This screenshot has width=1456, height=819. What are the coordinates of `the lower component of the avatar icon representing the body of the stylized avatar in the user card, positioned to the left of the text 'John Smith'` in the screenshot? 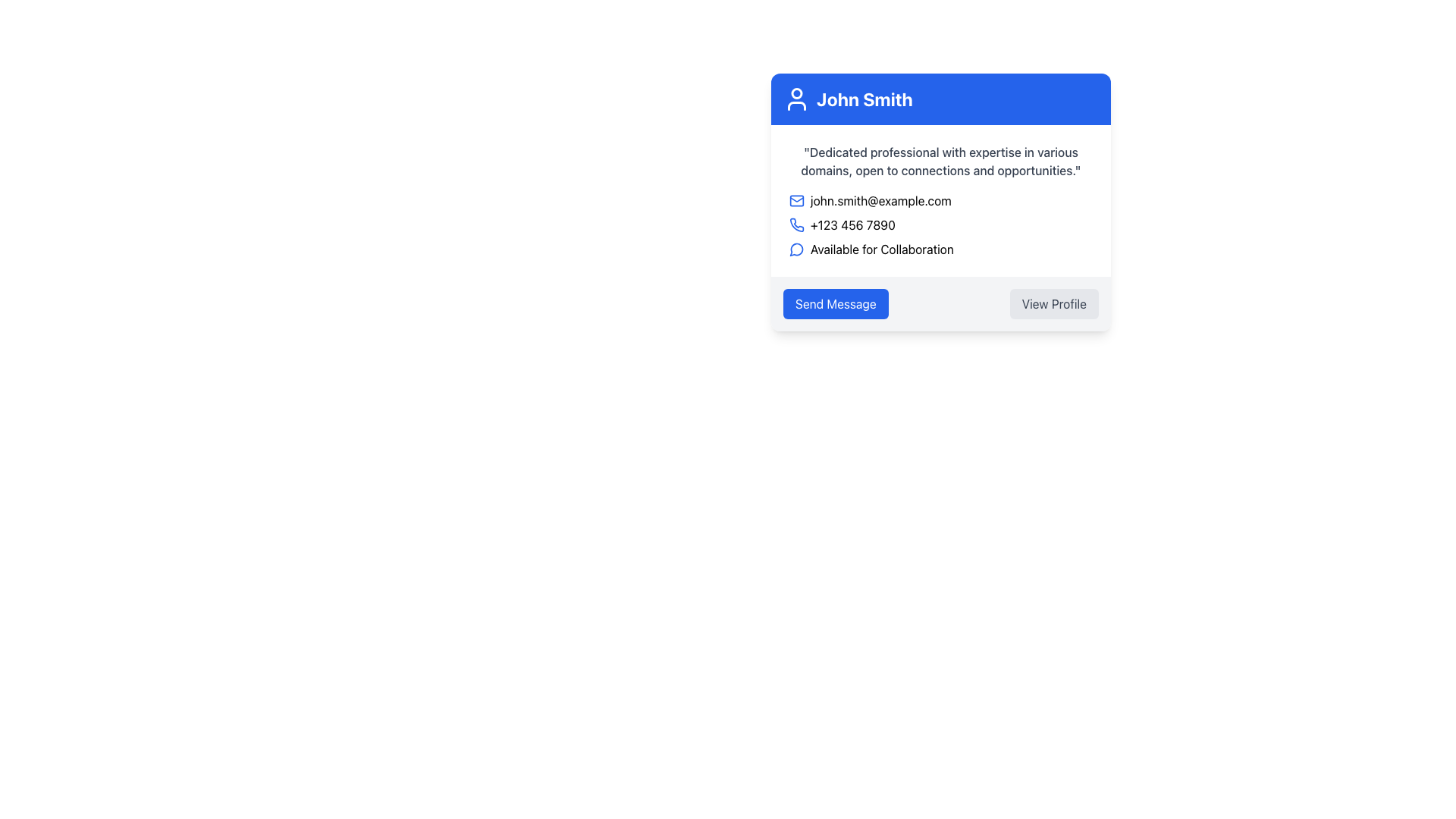 It's located at (796, 105).